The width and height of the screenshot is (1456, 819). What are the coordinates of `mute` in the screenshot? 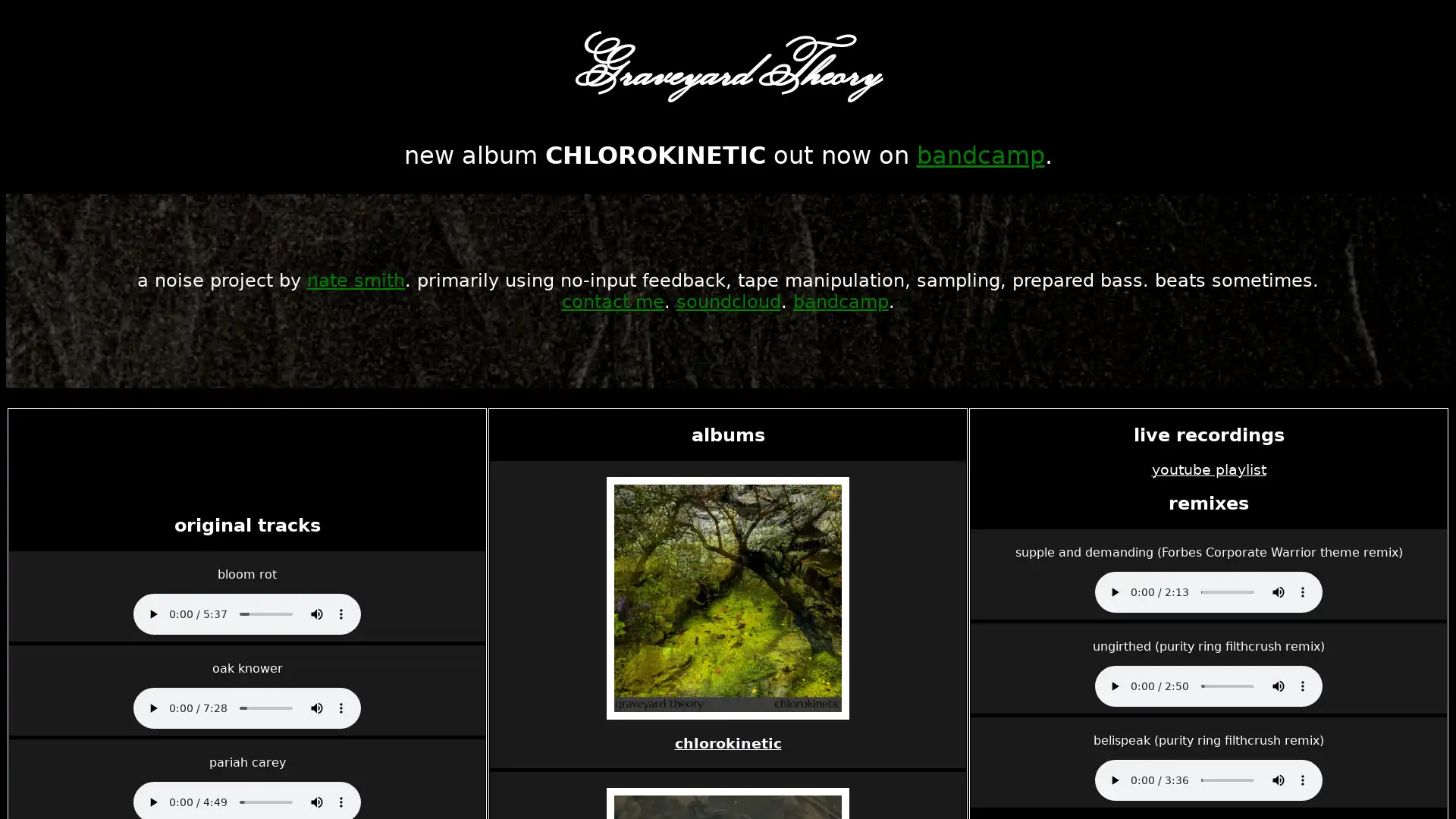 It's located at (1277, 780).